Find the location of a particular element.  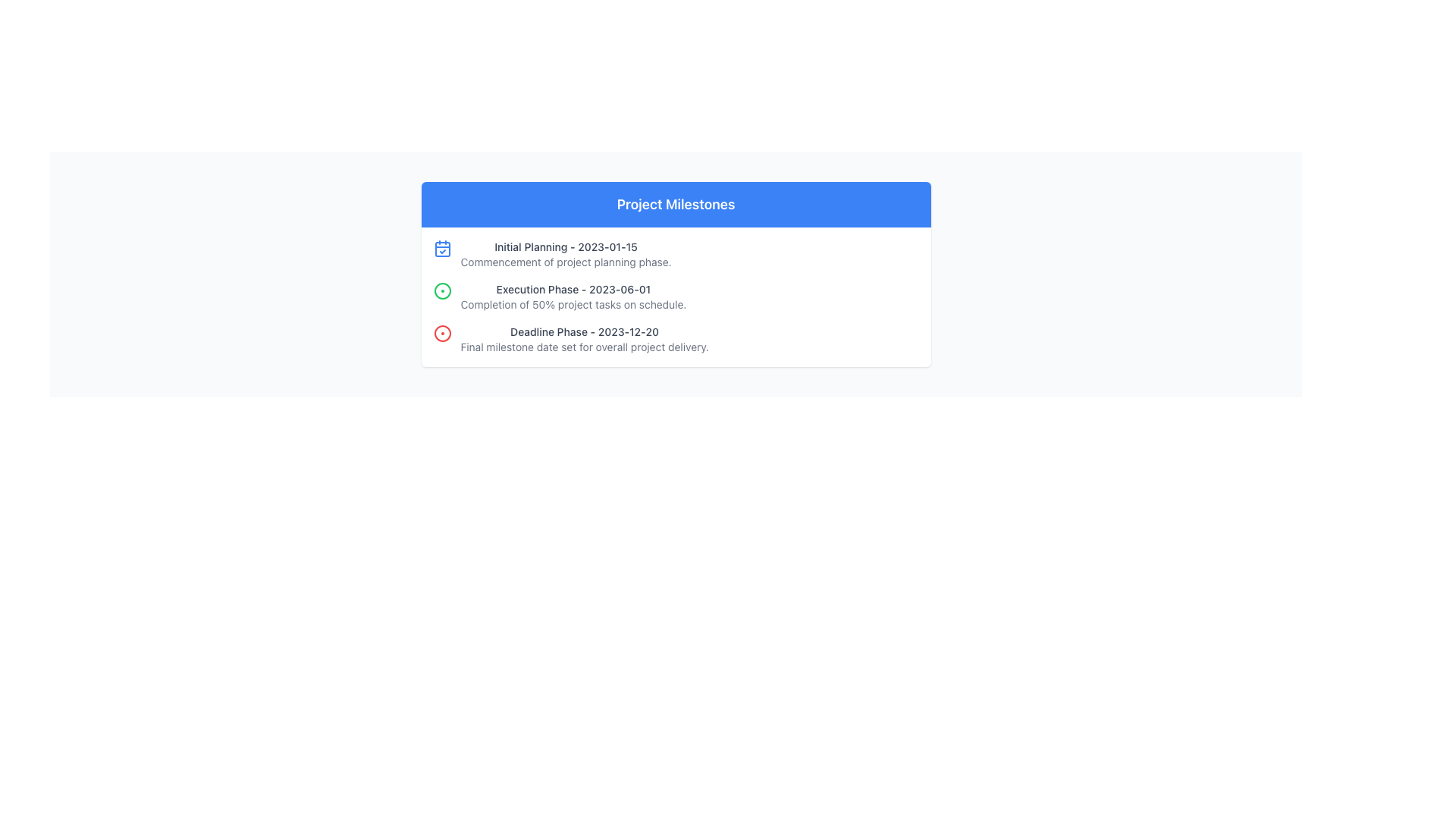

milestone title text label located at the center of the 'Project Milestones' section, which indicates the final phase and its corresponding date is located at coordinates (584, 331).